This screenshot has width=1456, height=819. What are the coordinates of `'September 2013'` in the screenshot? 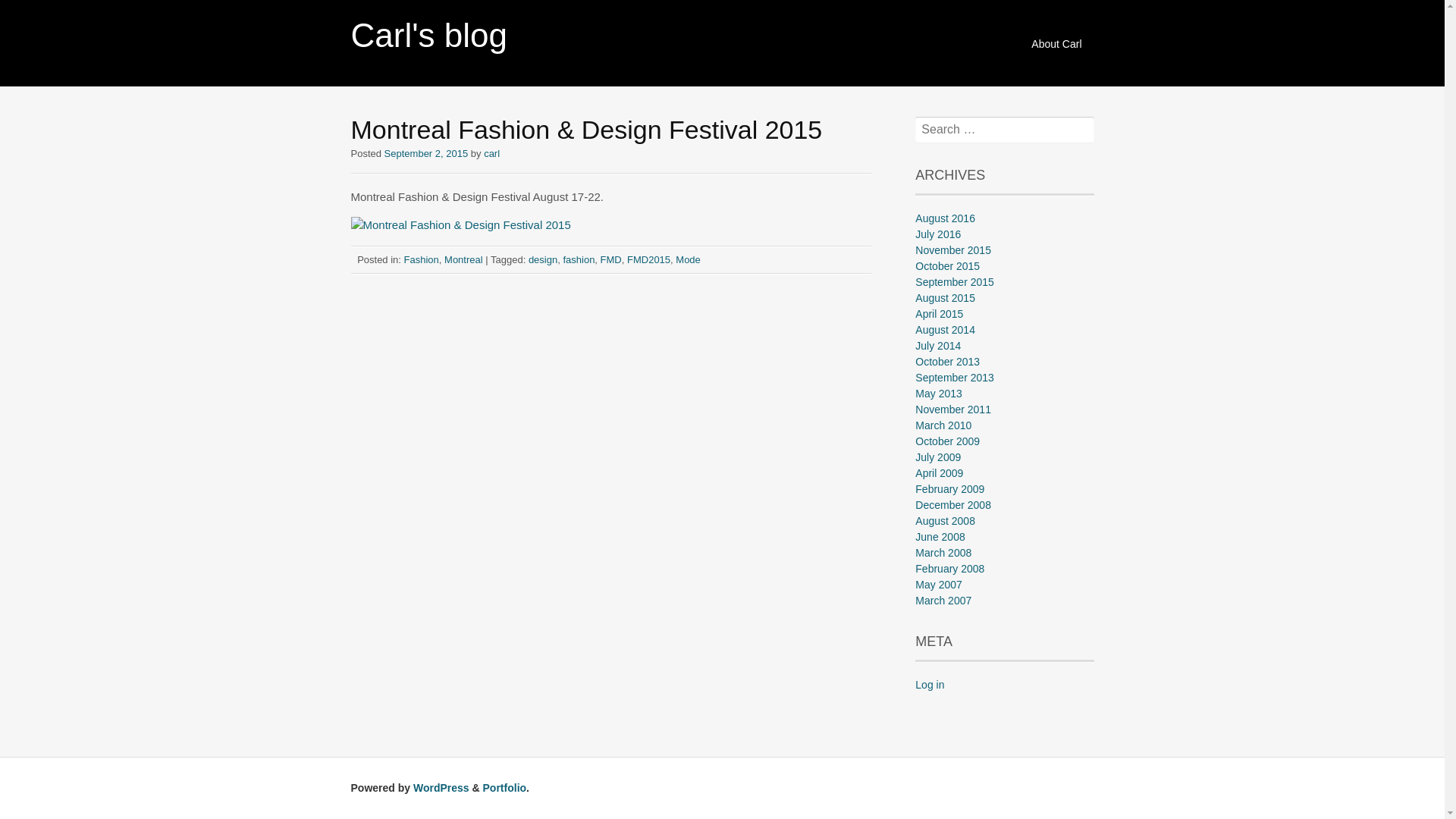 It's located at (953, 376).